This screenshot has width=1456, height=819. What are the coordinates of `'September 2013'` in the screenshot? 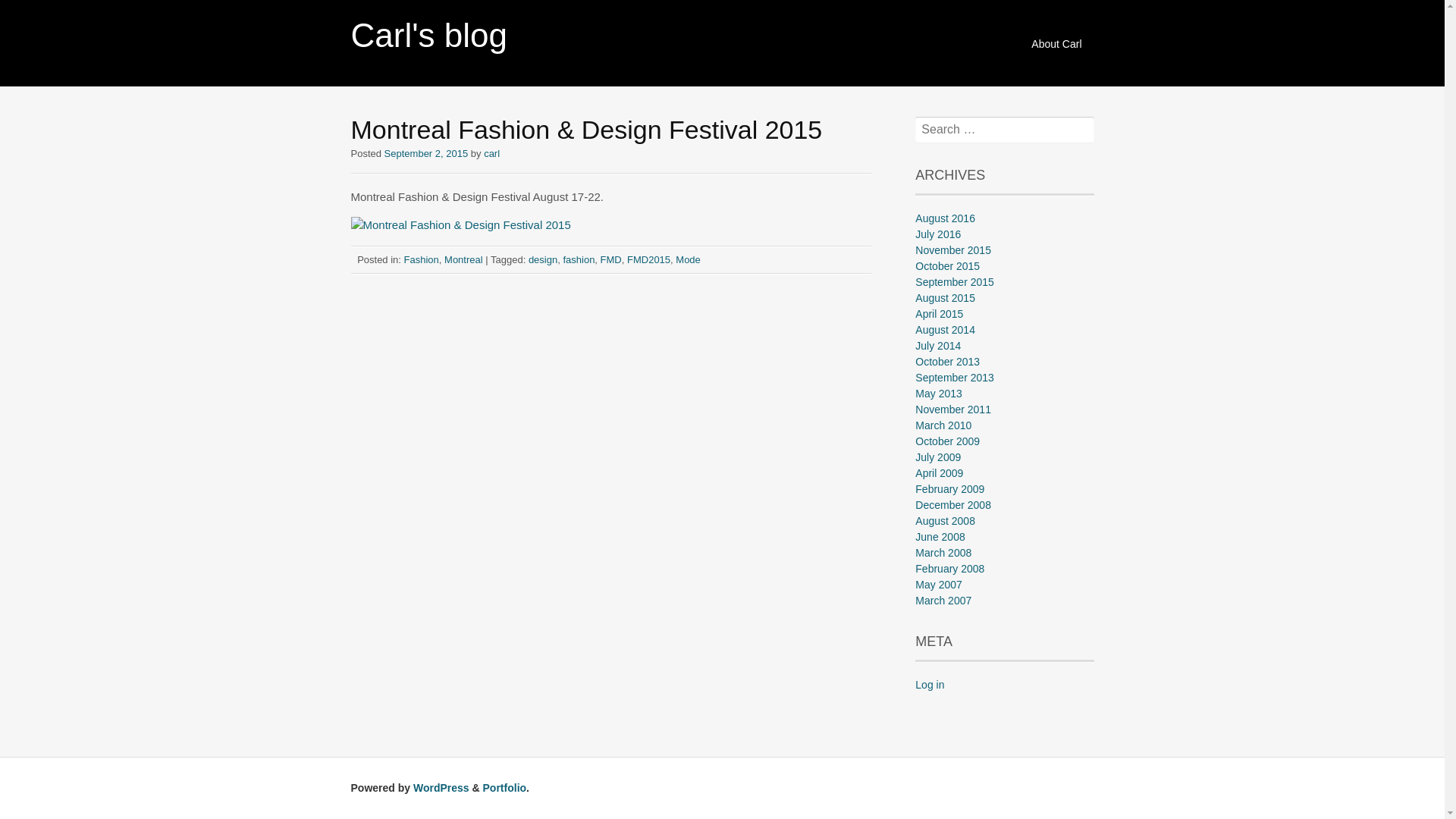 It's located at (953, 376).